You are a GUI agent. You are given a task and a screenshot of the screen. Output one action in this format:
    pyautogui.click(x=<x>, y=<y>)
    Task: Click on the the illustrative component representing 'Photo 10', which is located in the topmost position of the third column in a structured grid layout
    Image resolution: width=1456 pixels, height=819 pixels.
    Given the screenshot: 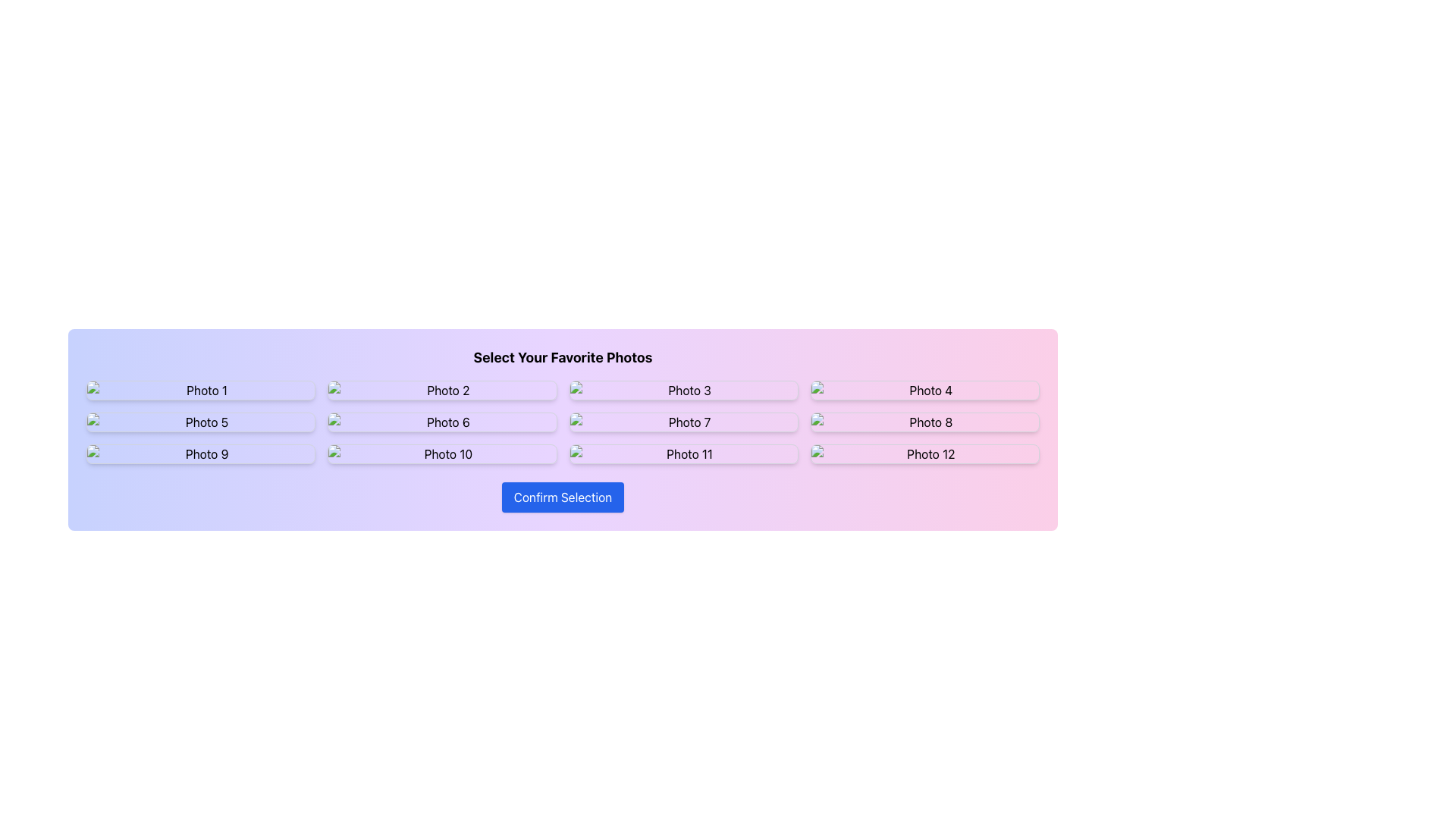 What is the action you would take?
    pyautogui.click(x=441, y=453)
    